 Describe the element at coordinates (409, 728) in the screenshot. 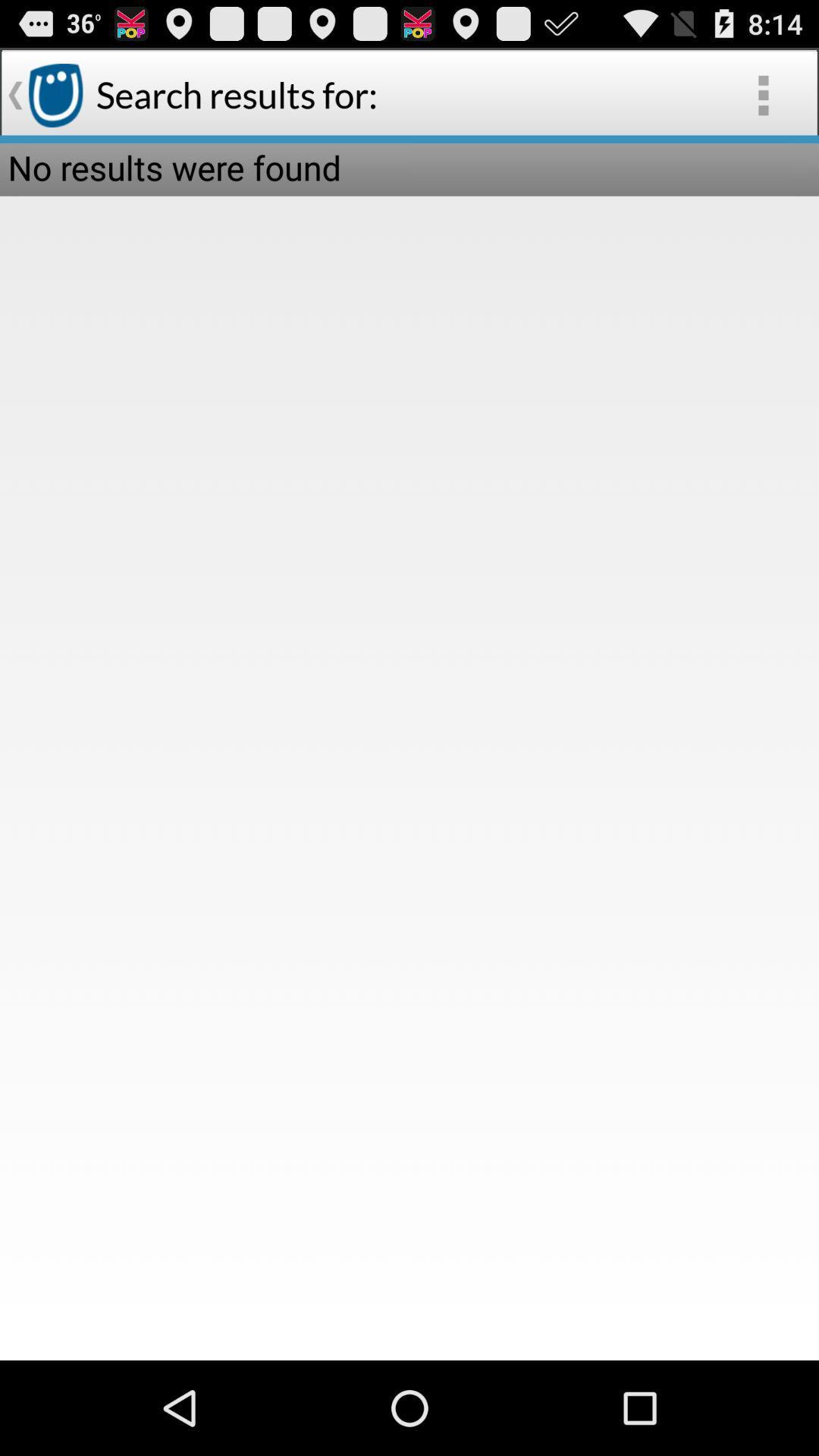

I see `item below the no results were icon` at that location.